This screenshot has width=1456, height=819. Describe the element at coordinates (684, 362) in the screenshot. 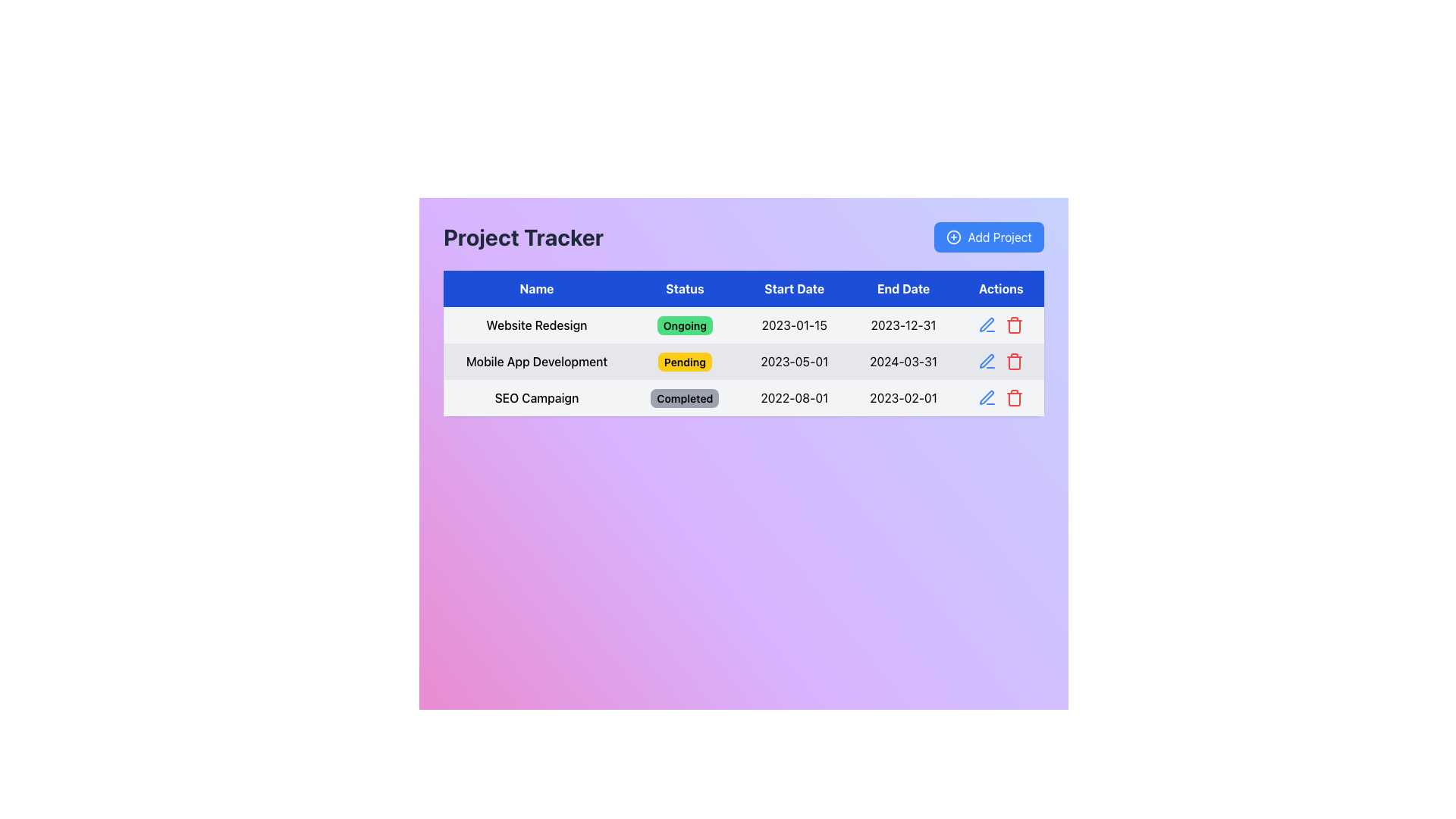

I see `the 'Pending' status label in the second row of the 'Status' column for the 'Mobile App Development' table` at that location.